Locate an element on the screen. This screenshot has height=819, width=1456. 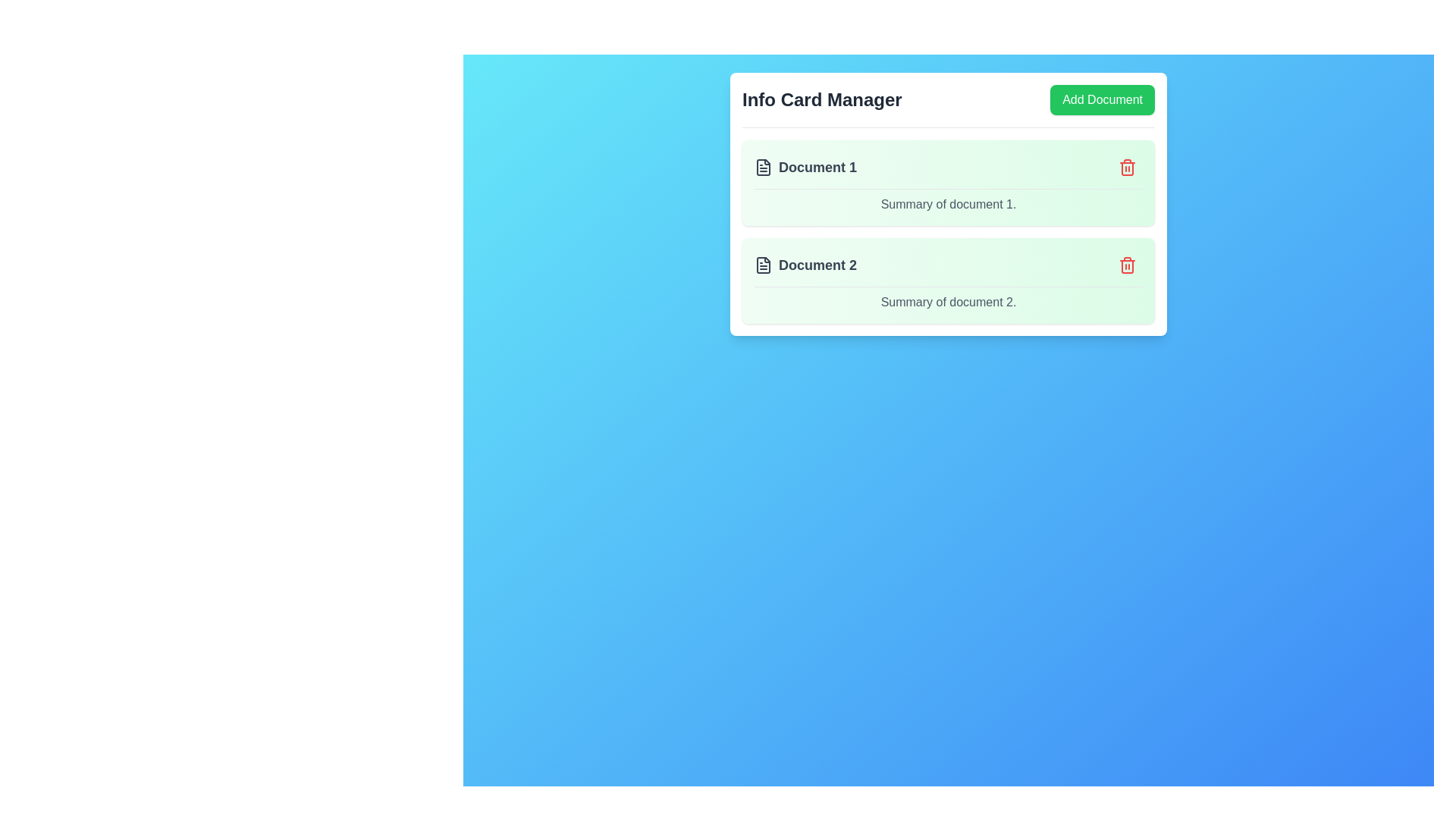
the document icon located to the left of the title text of the second document in the vertical list of document cards is located at coordinates (764, 265).